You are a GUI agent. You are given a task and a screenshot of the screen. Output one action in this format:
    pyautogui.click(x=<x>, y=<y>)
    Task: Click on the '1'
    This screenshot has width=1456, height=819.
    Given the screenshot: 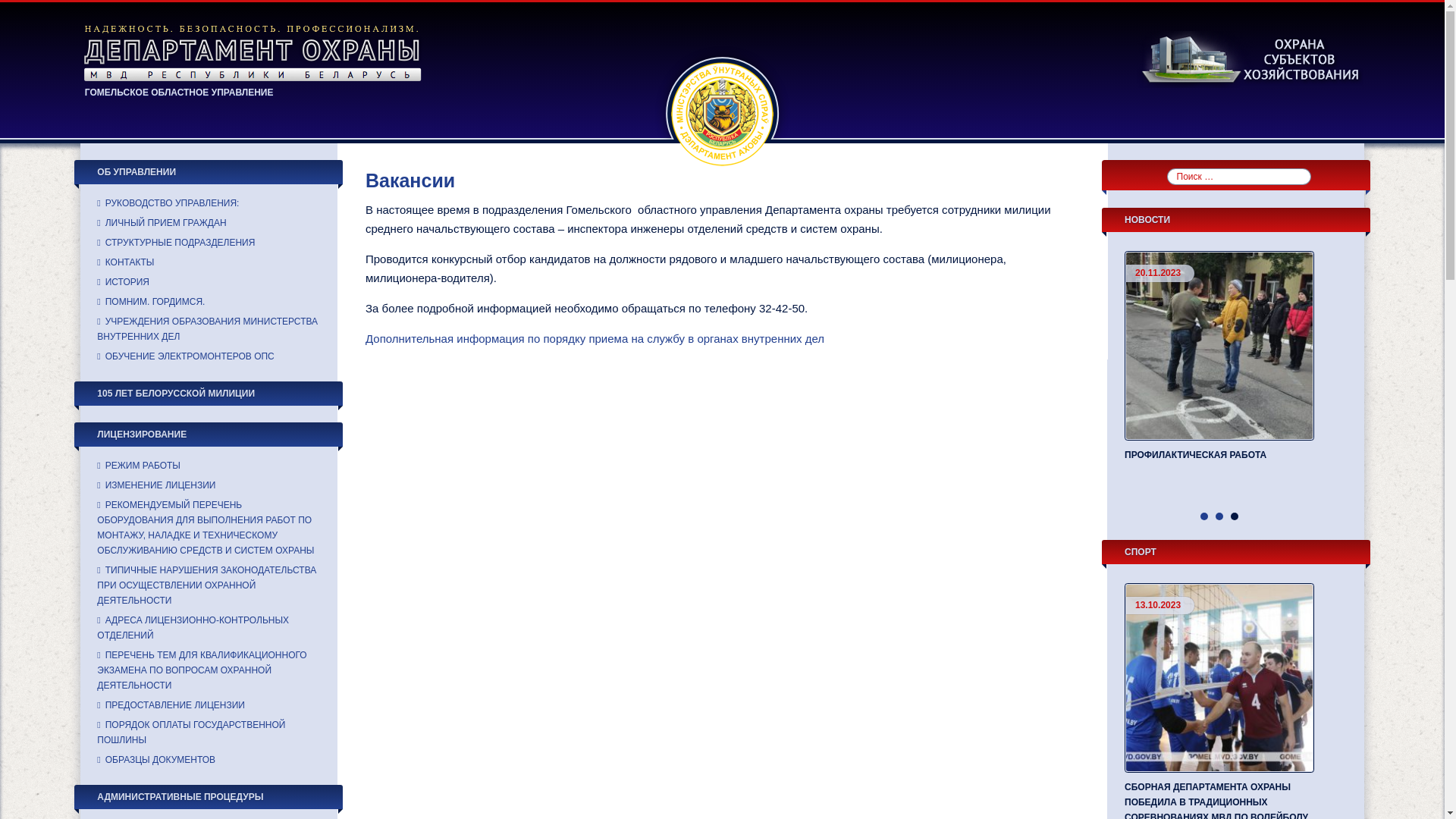 What is the action you would take?
    pyautogui.click(x=1200, y=516)
    